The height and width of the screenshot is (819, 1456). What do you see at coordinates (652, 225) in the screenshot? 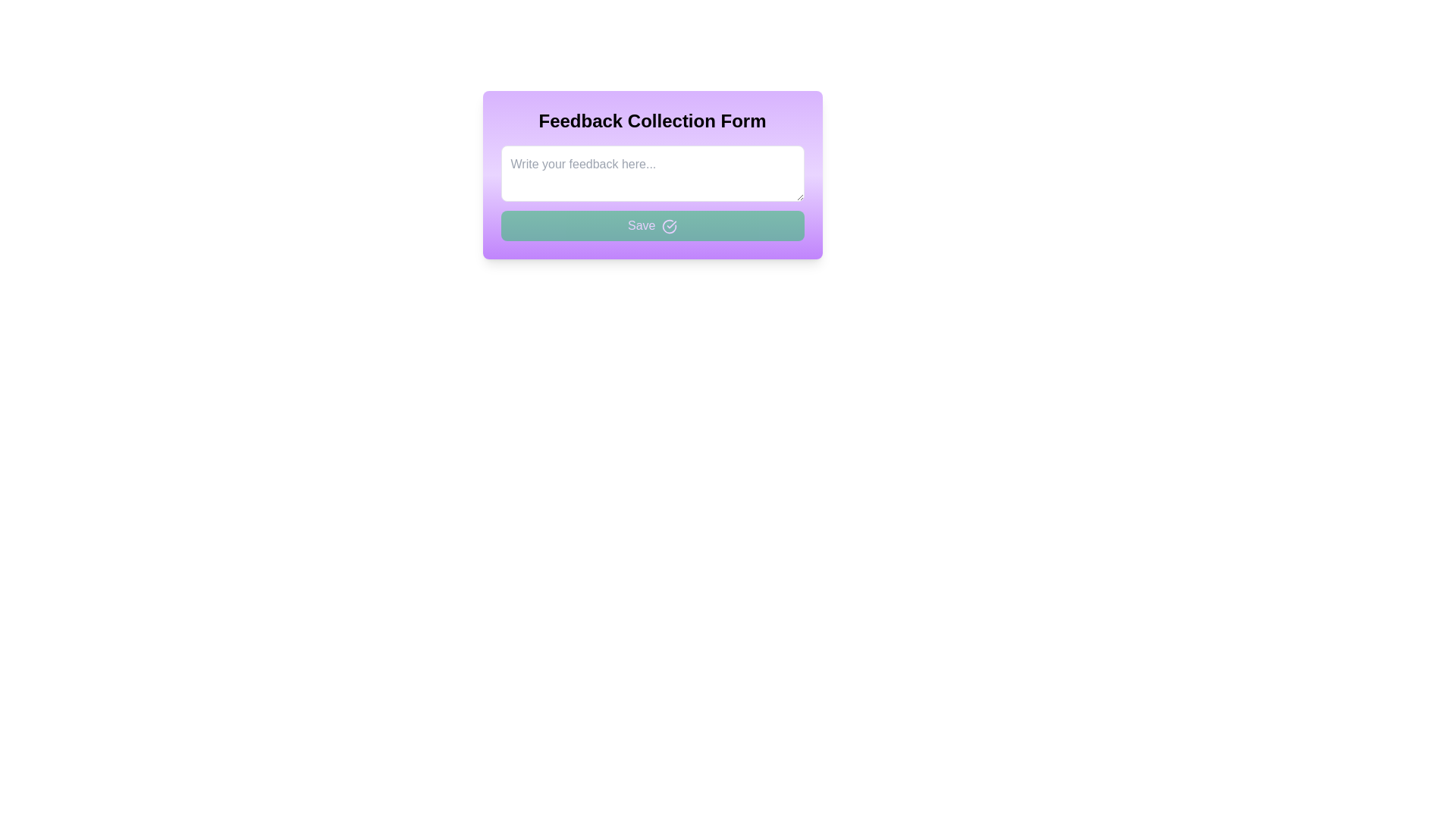
I see `the 'Save' button, which is a horizontally elongated button with a green background and white text, located below the feedback text input box` at bounding box center [652, 225].